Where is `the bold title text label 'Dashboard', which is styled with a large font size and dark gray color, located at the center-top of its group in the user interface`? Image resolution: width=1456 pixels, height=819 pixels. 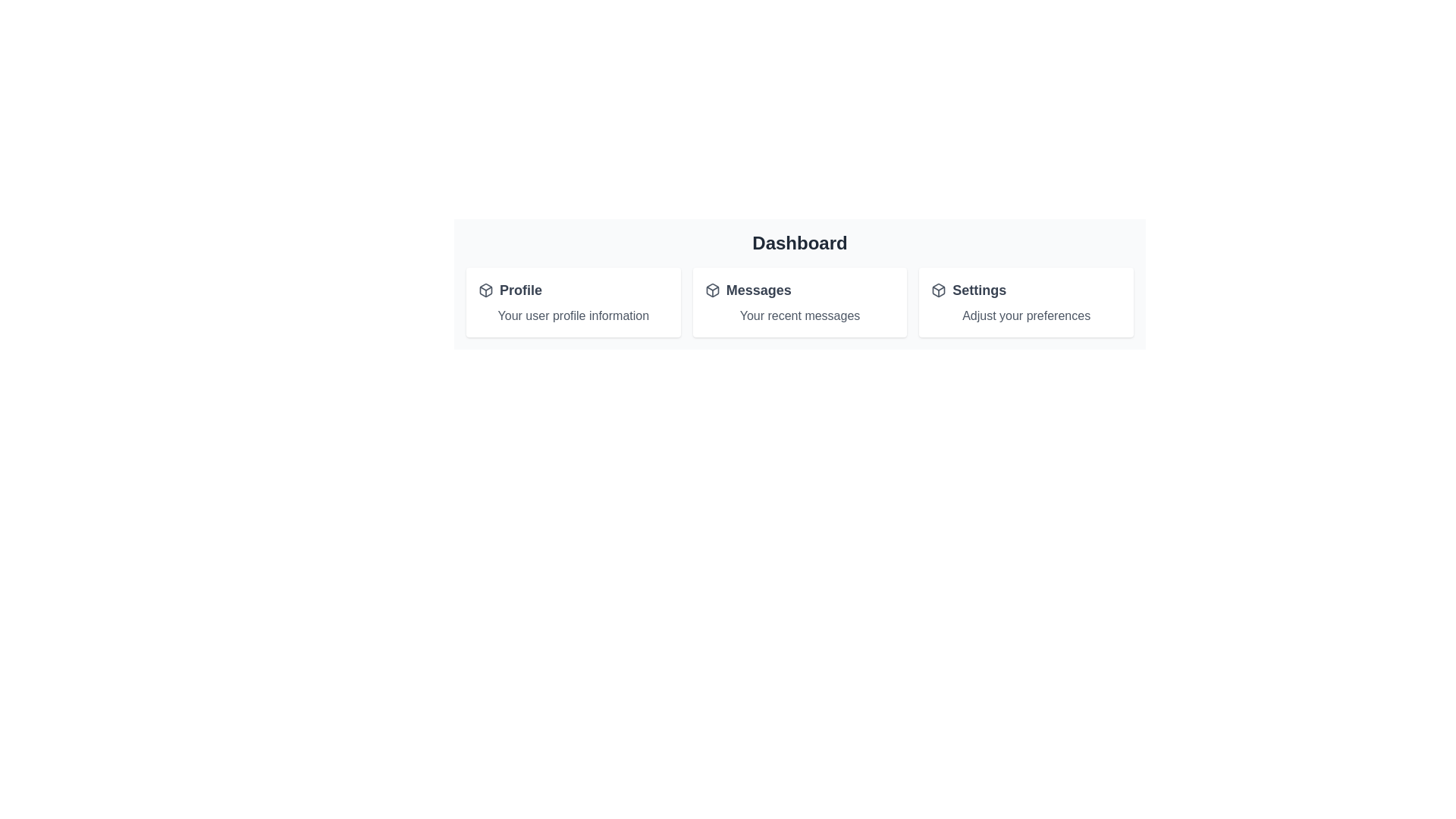
the bold title text label 'Dashboard', which is styled with a large font size and dark gray color, located at the center-top of its group in the user interface is located at coordinates (799, 242).